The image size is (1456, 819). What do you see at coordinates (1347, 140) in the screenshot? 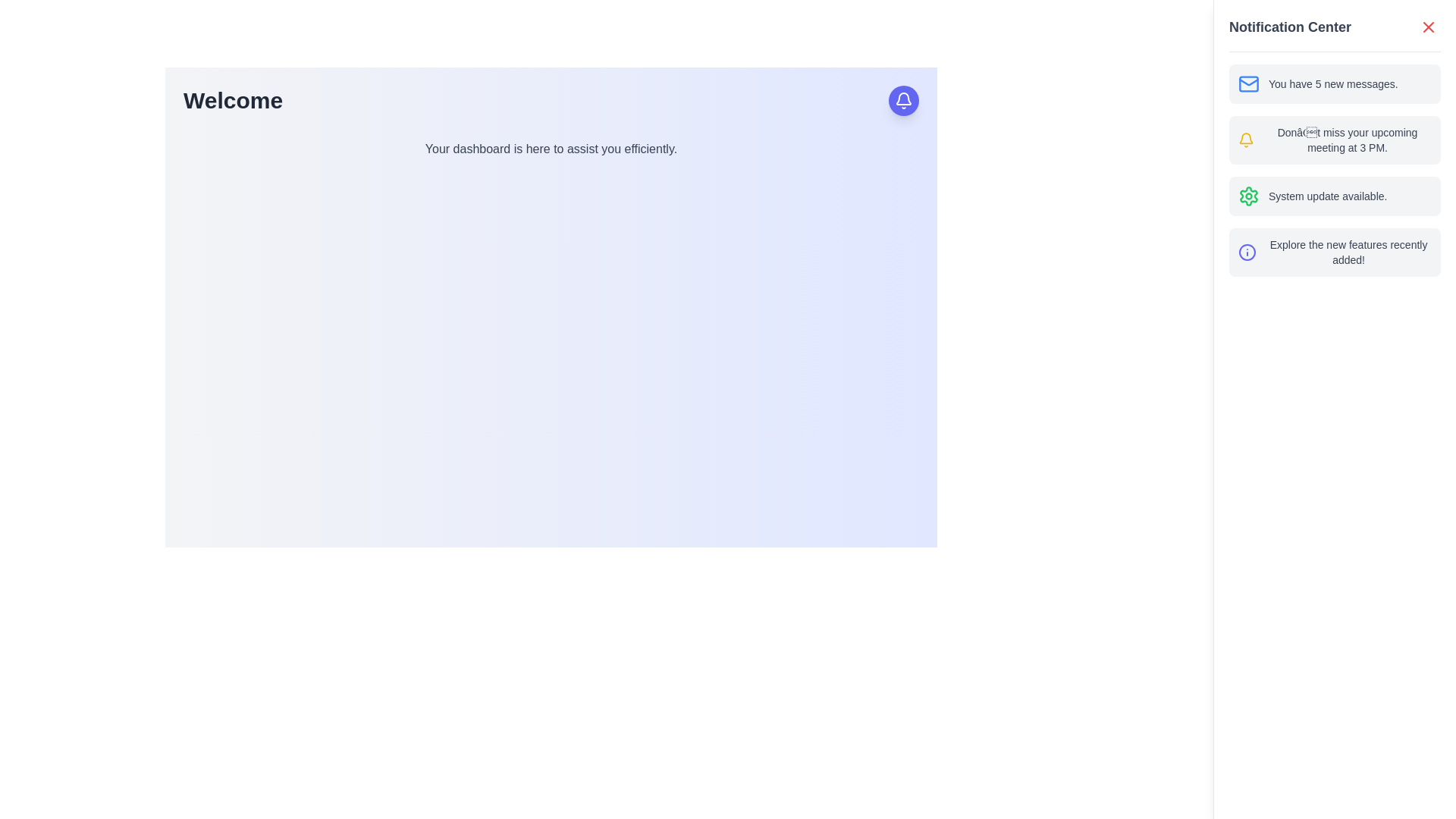
I see `text content of the notification labeled 'Don’t miss your upcoming meeting at 3 PM.' which is styled in gray within the notification card` at bounding box center [1347, 140].